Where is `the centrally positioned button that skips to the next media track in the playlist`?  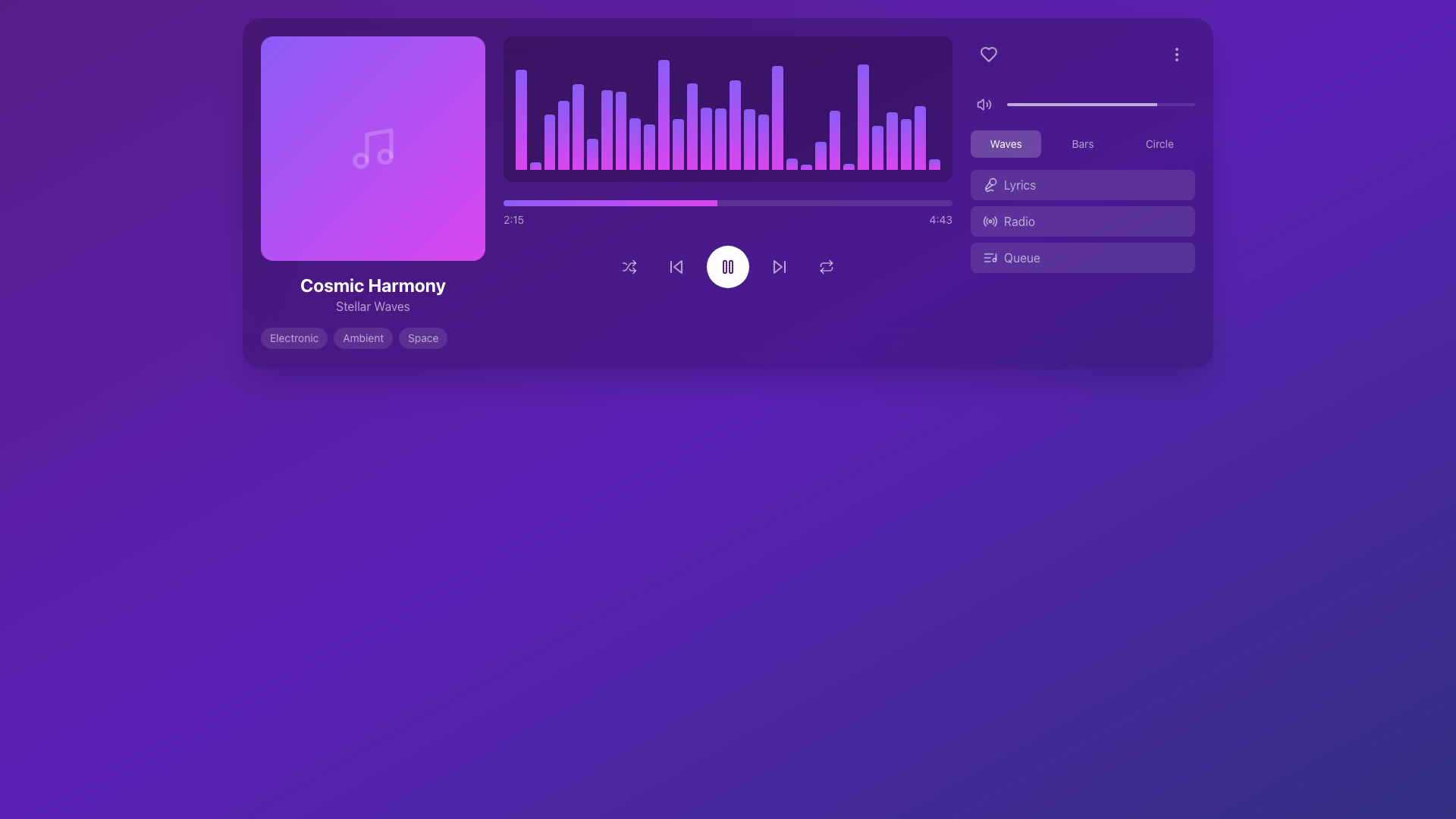 the centrally positioned button that skips to the next media track in the playlist is located at coordinates (779, 265).